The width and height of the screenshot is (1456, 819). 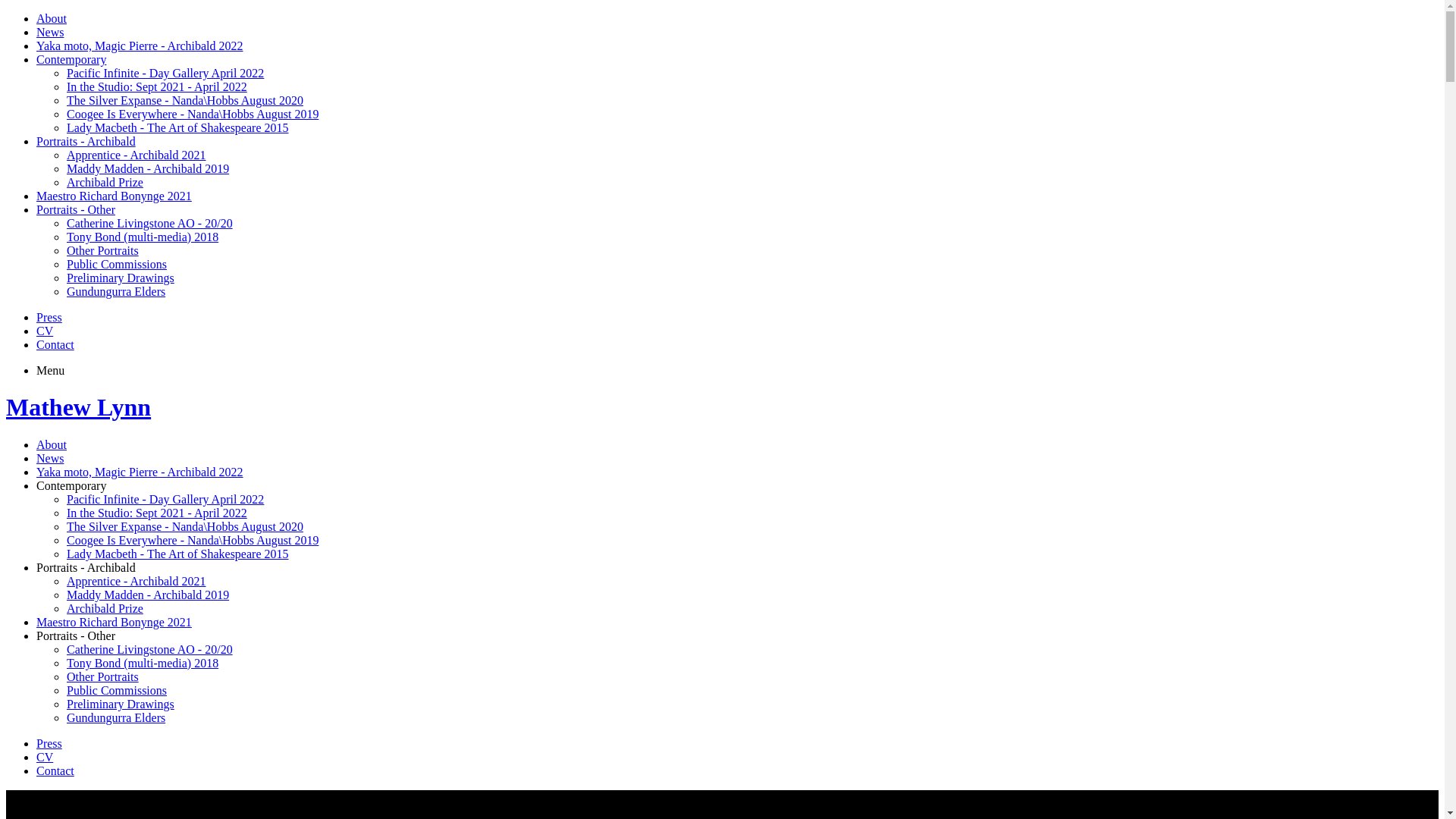 I want to click on 'Contemporary', so click(x=36, y=58).